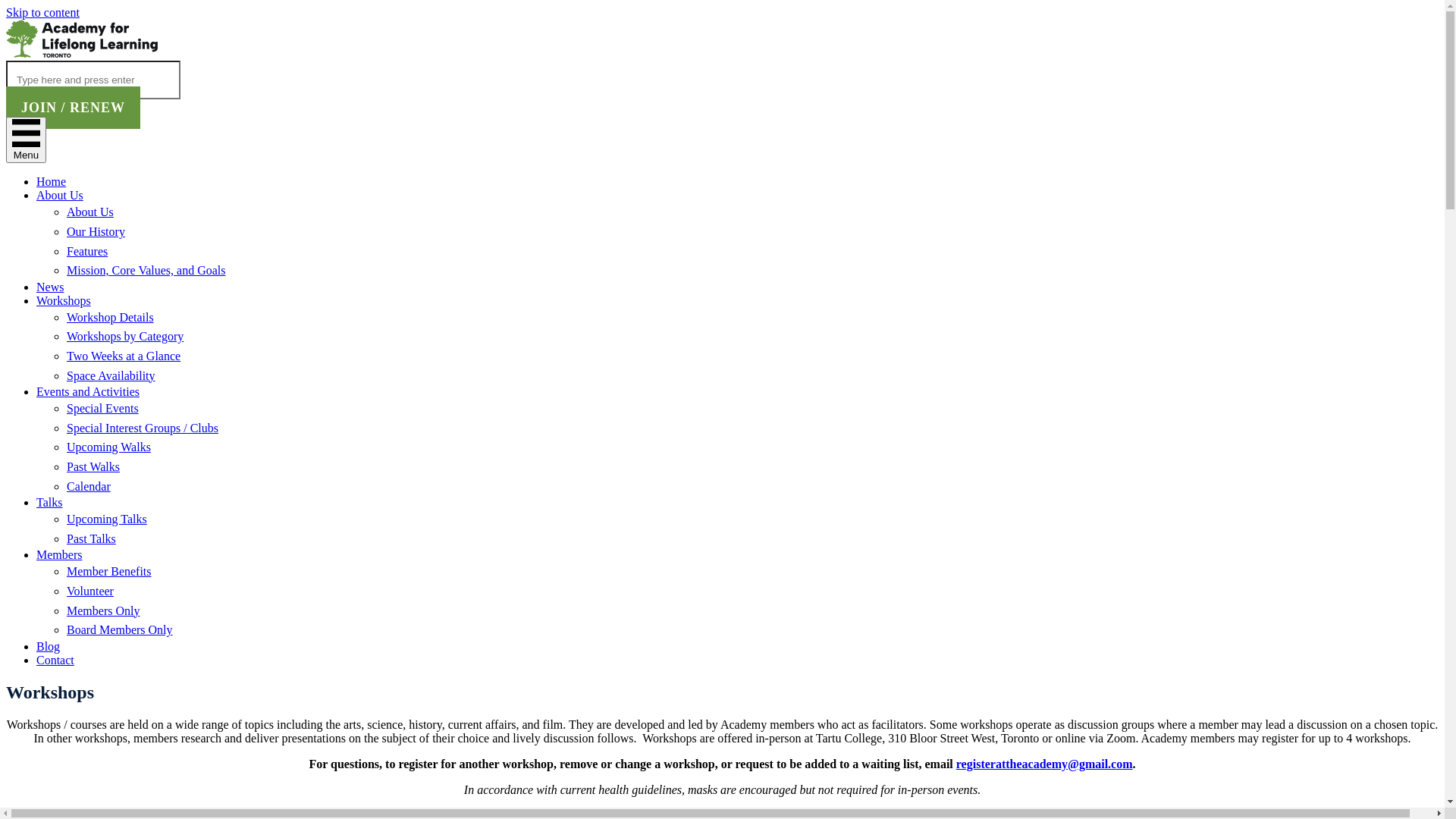 This screenshot has width=1456, height=819. What do you see at coordinates (89, 590) in the screenshot?
I see `'Volunteer'` at bounding box center [89, 590].